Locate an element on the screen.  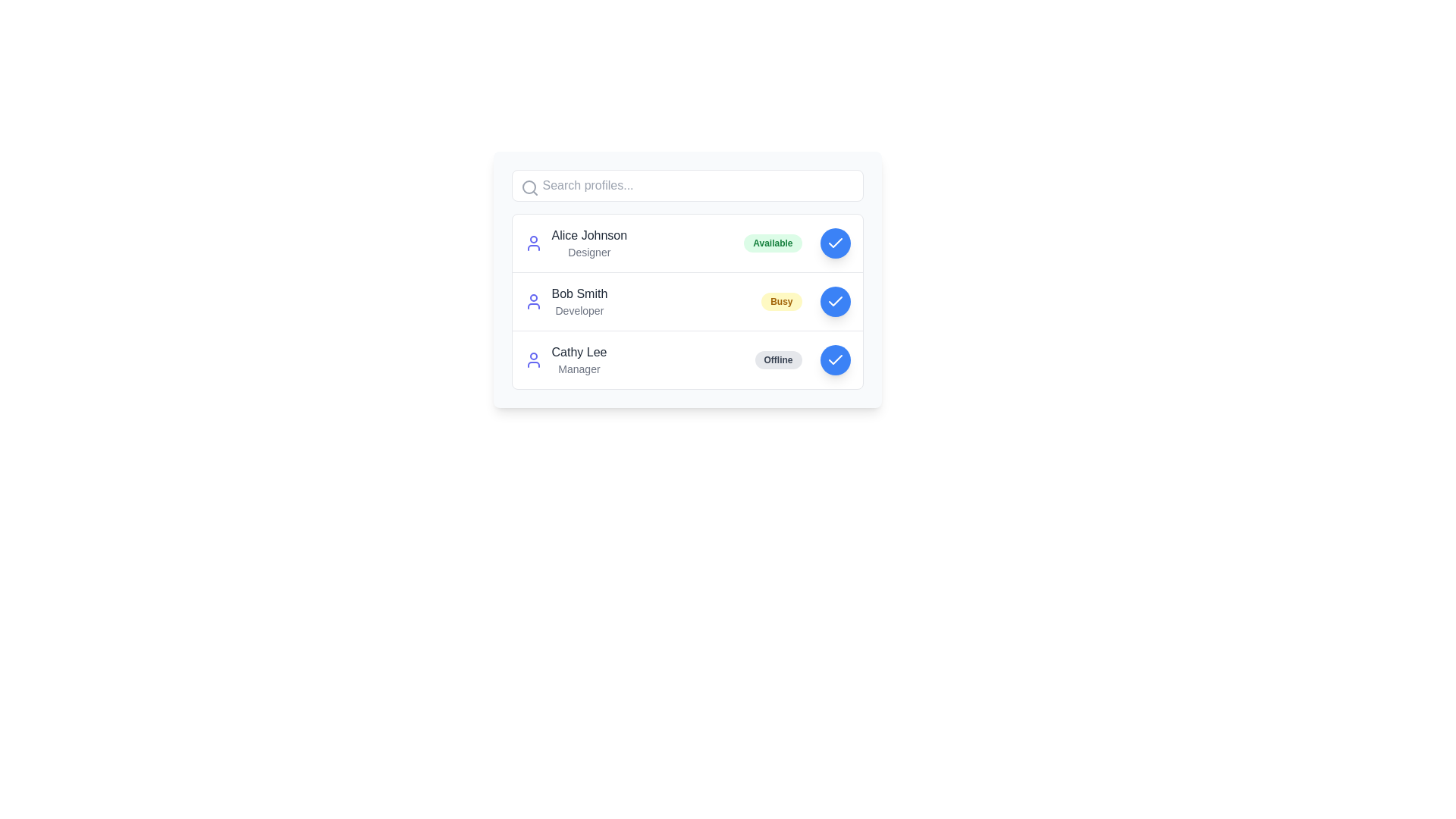
the checkmark icon within the circular blue button located to the right of Alice Johnson's profile details is located at coordinates (834, 242).